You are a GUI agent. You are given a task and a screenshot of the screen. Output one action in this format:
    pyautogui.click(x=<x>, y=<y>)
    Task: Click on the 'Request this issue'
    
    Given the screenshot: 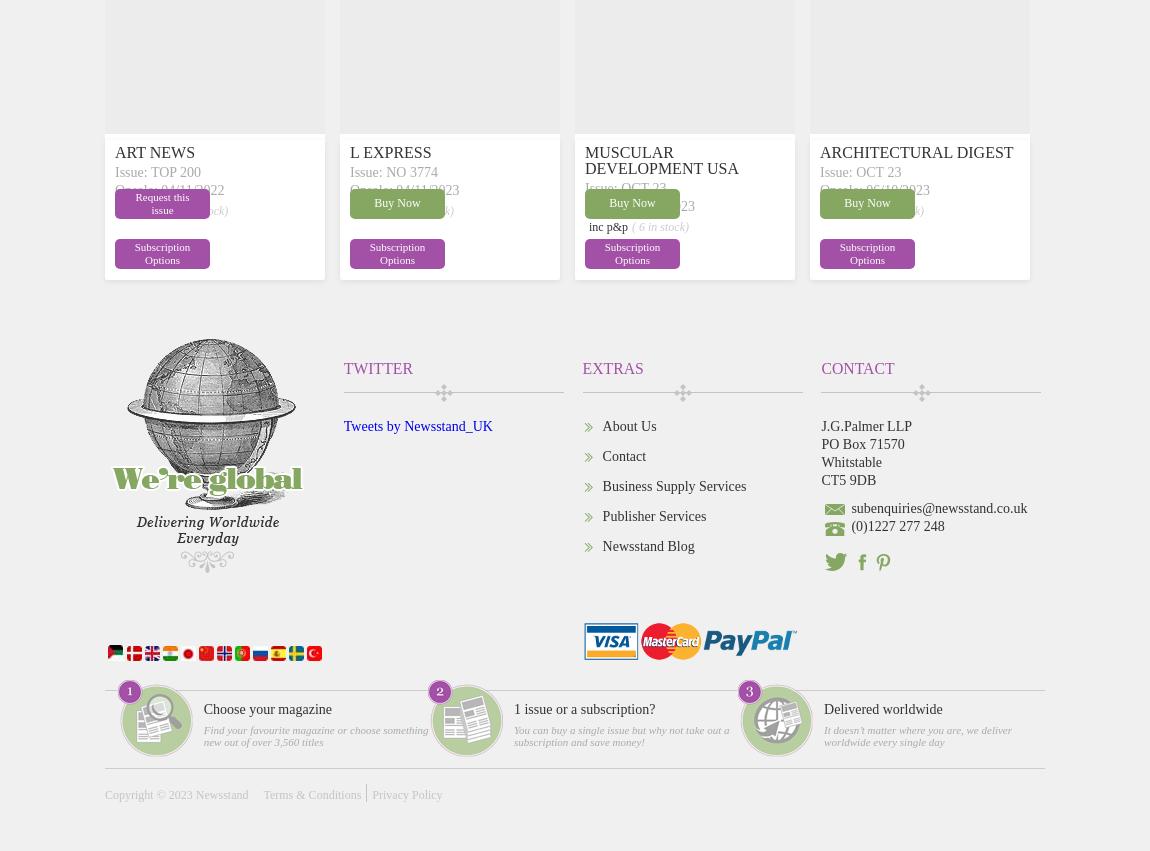 What is the action you would take?
    pyautogui.click(x=161, y=202)
    